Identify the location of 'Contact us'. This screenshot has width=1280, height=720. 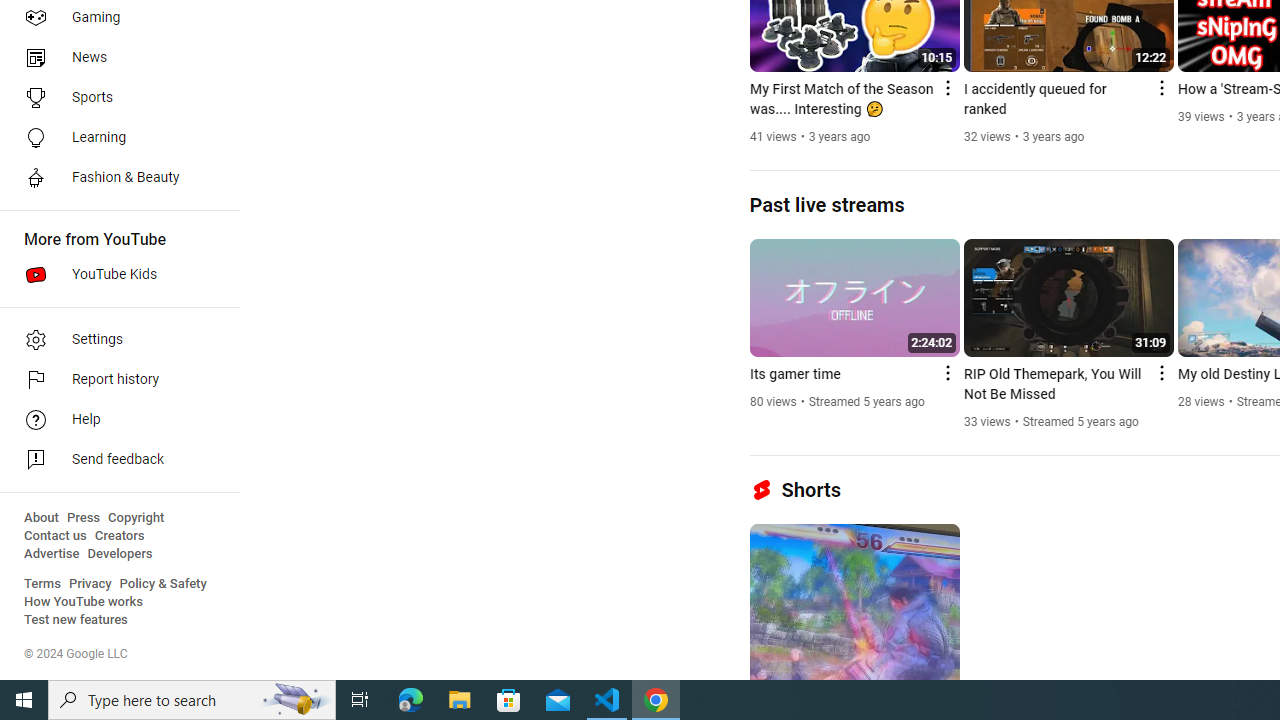
(55, 535).